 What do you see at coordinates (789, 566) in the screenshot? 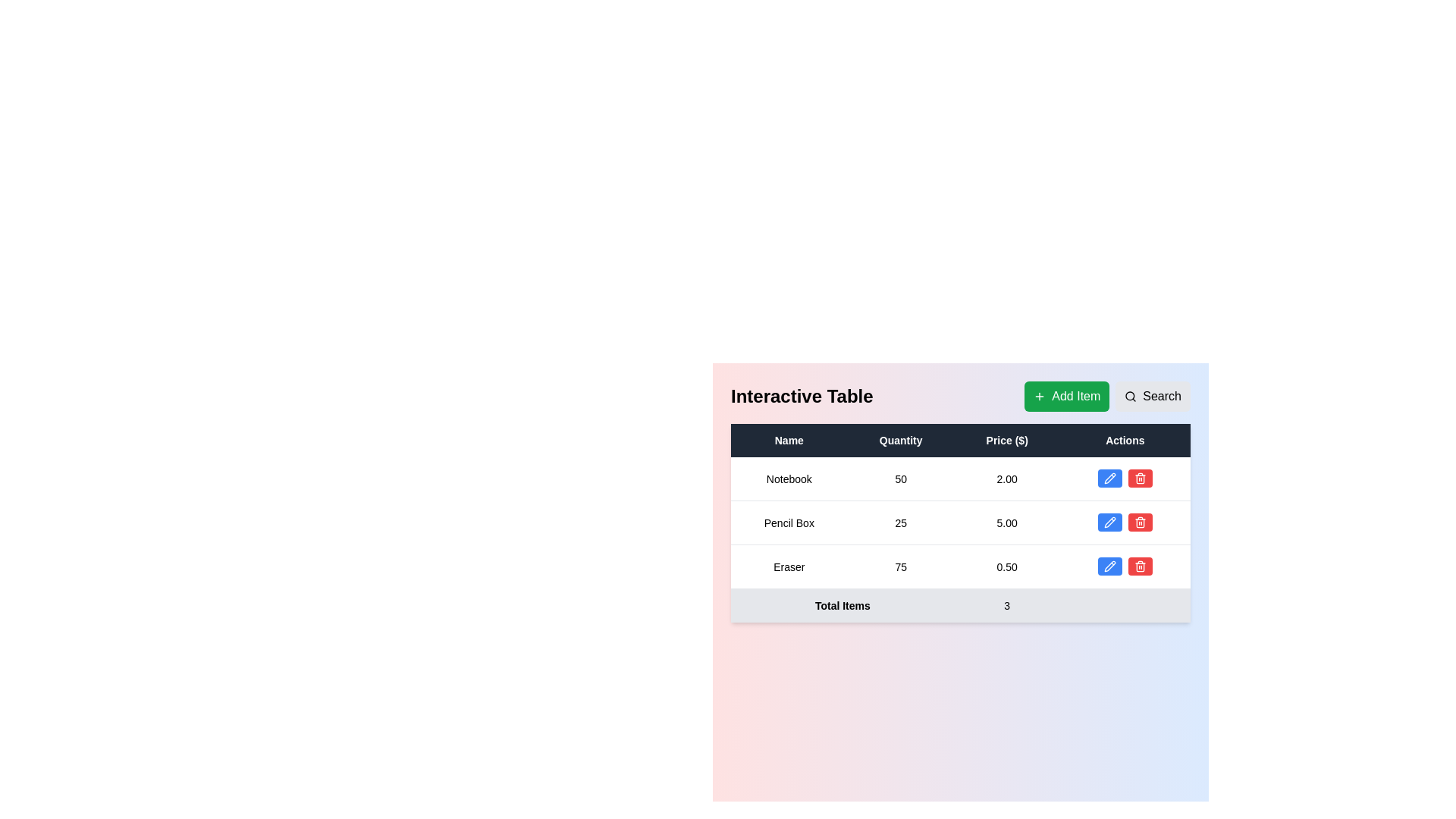
I see `the 'Eraser' text located in the first cell of the third row under the 'Name' column in the table` at bounding box center [789, 566].